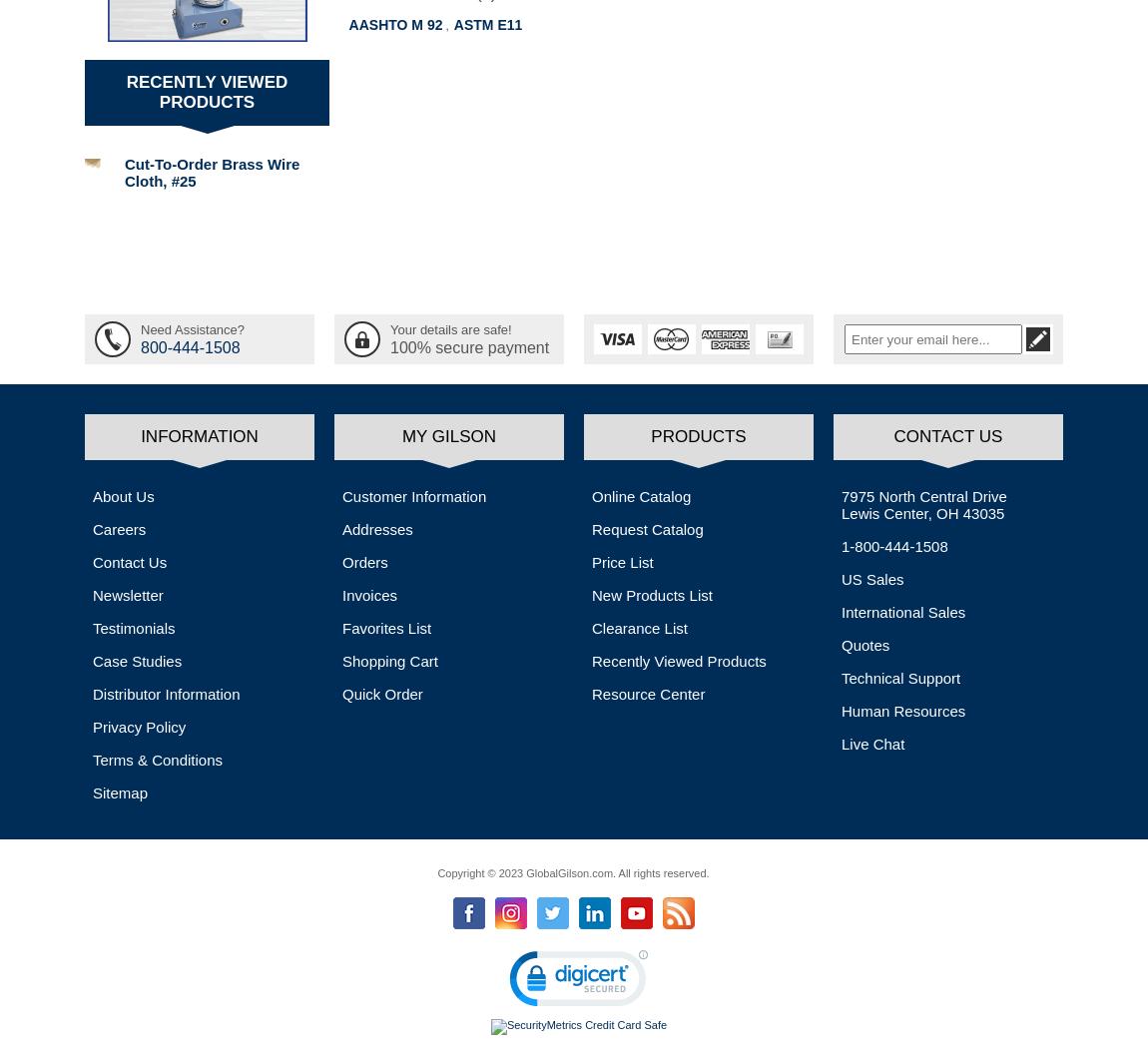  What do you see at coordinates (893, 545) in the screenshot?
I see `'1-800-444-1508'` at bounding box center [893, 545].